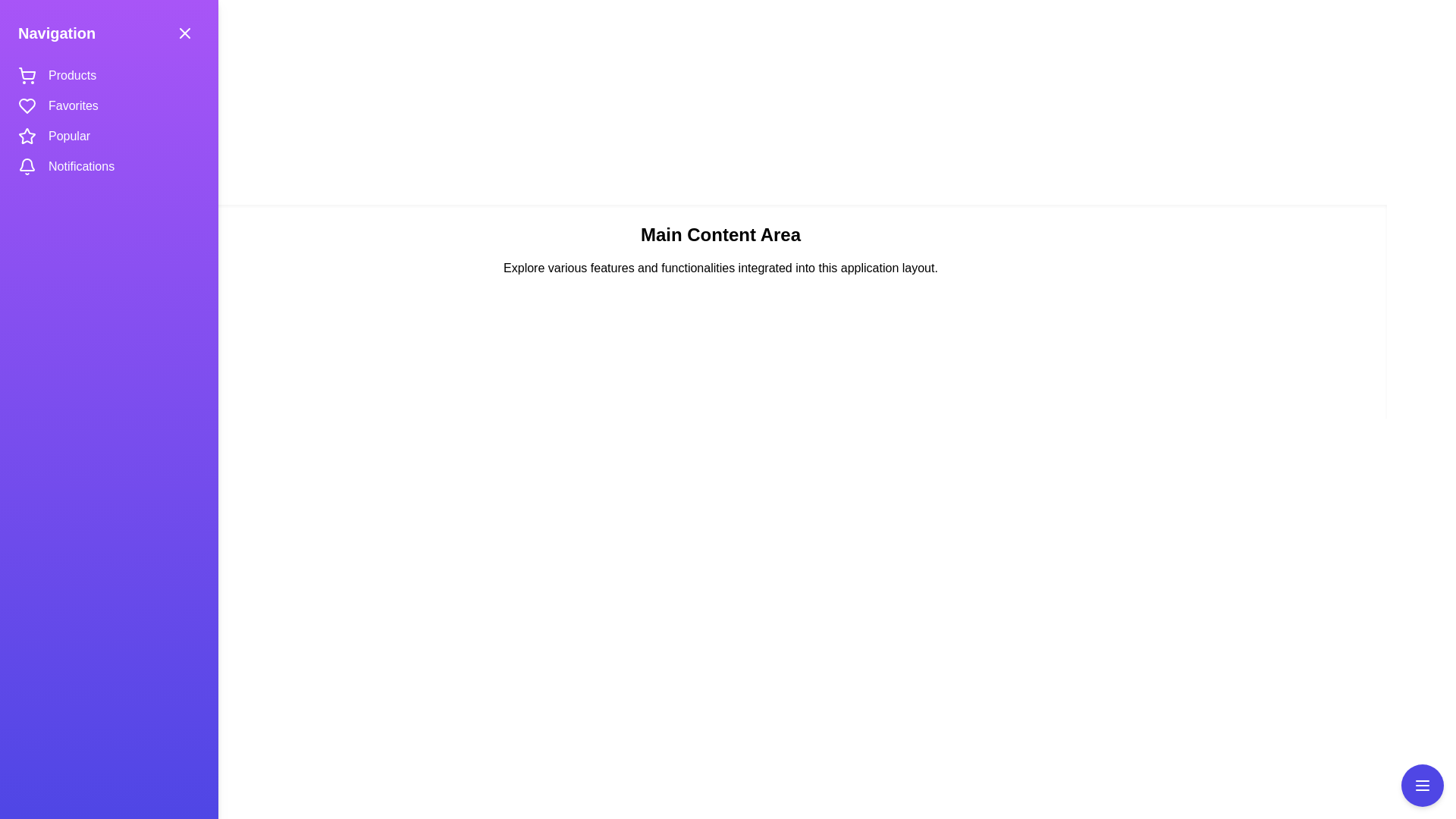  I want to click on the icon representing the Favorites section in the navigation, so click(27, 105).